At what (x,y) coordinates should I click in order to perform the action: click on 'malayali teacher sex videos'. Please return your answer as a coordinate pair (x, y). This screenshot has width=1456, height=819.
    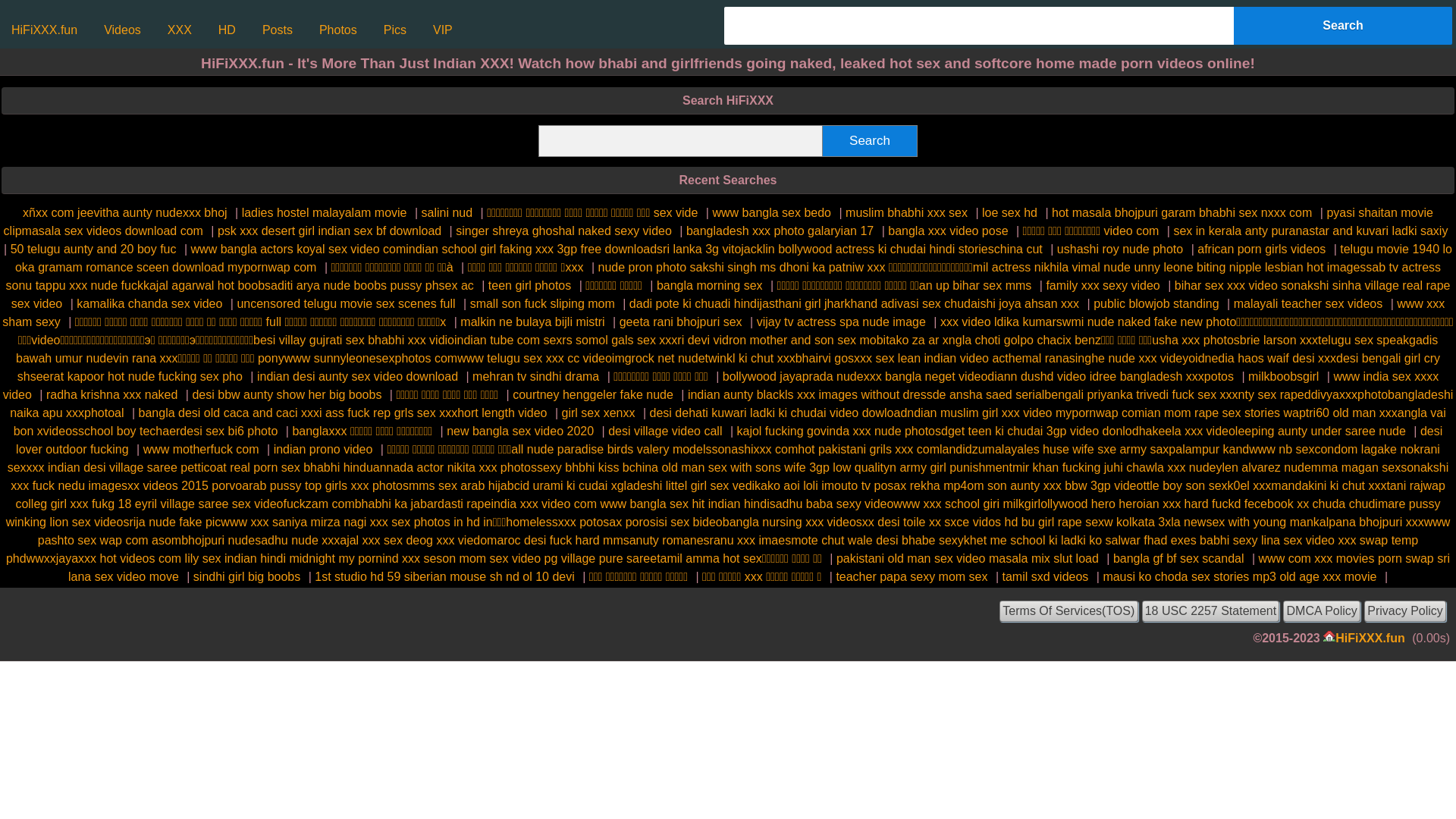
    Looking at the image, I should click on (1234, 303).